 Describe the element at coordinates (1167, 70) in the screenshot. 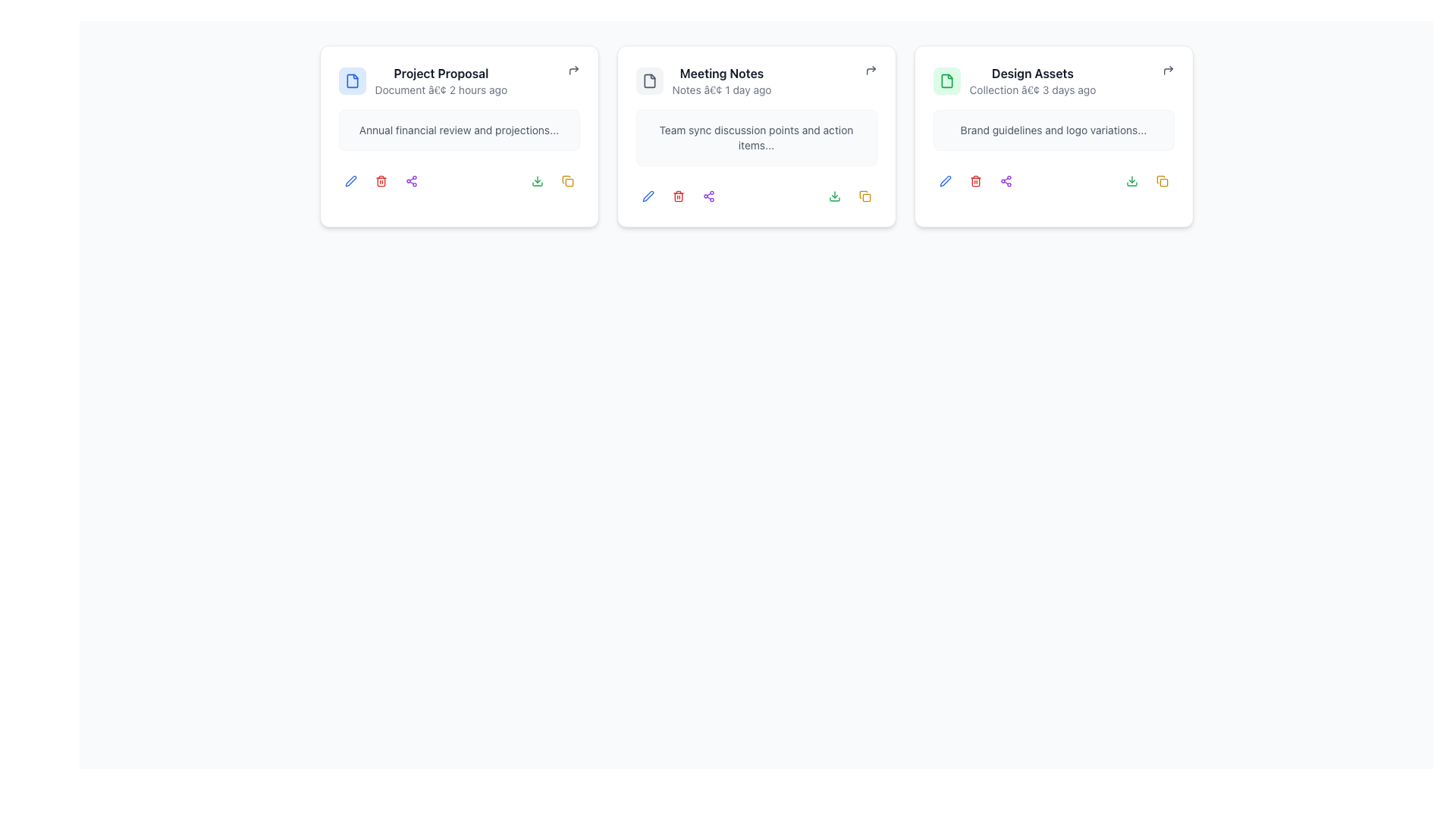

I see `the small gray icon resembling a curved arrow pointing upwards to the right, located at the top-right corner of the 'Design Assets' card` at that location.